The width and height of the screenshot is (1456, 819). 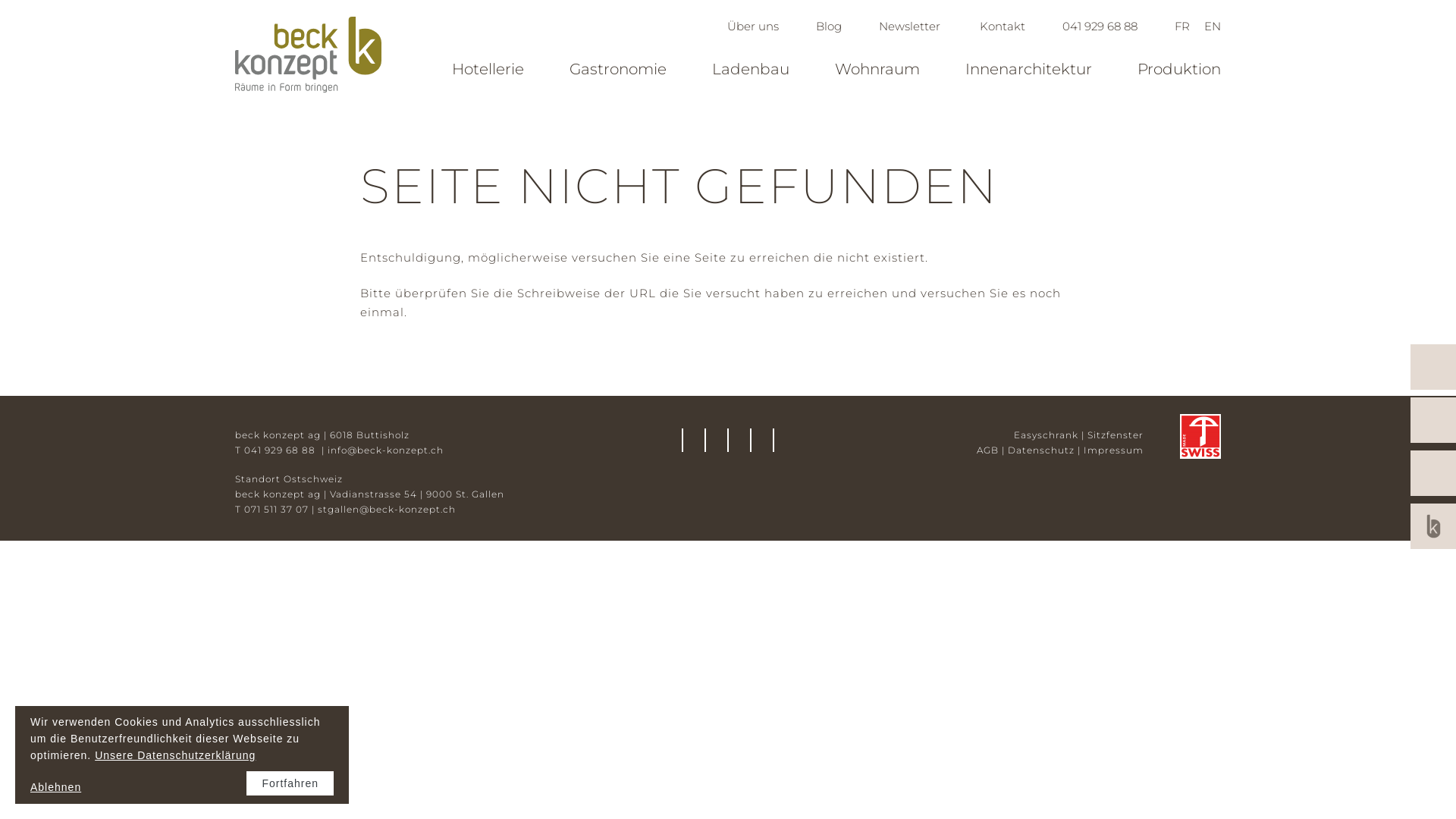 I want to click on 'Innenarchitektur', so click(x=1028, y=69).